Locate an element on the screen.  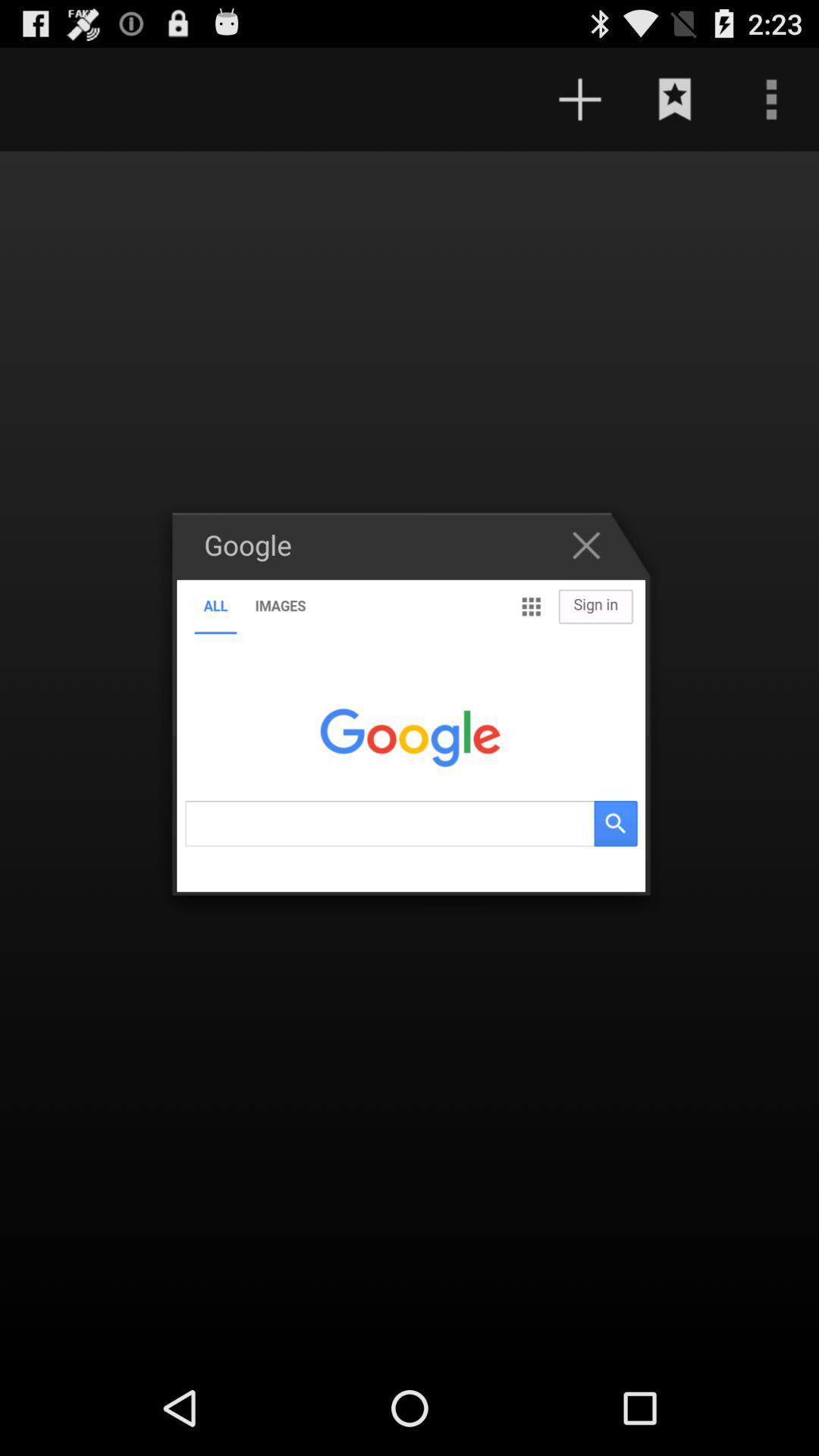
the bookmark icon is located at coordinates (675, 105).